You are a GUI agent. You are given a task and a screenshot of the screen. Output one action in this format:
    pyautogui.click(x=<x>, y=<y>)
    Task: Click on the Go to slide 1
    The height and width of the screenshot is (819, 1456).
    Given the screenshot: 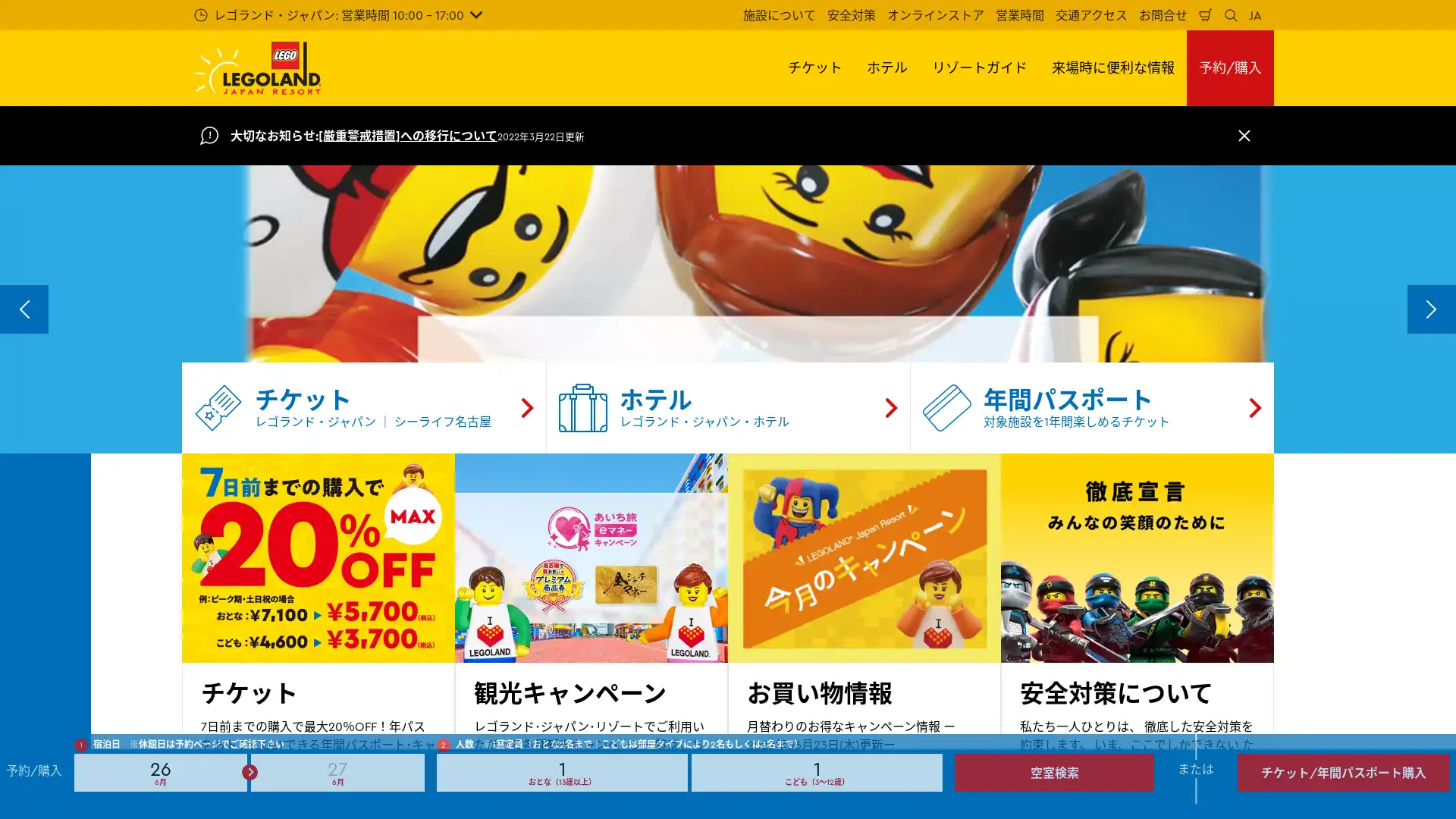 What is the action you would take?
    pyautogui.click(x=691, y=646)
    